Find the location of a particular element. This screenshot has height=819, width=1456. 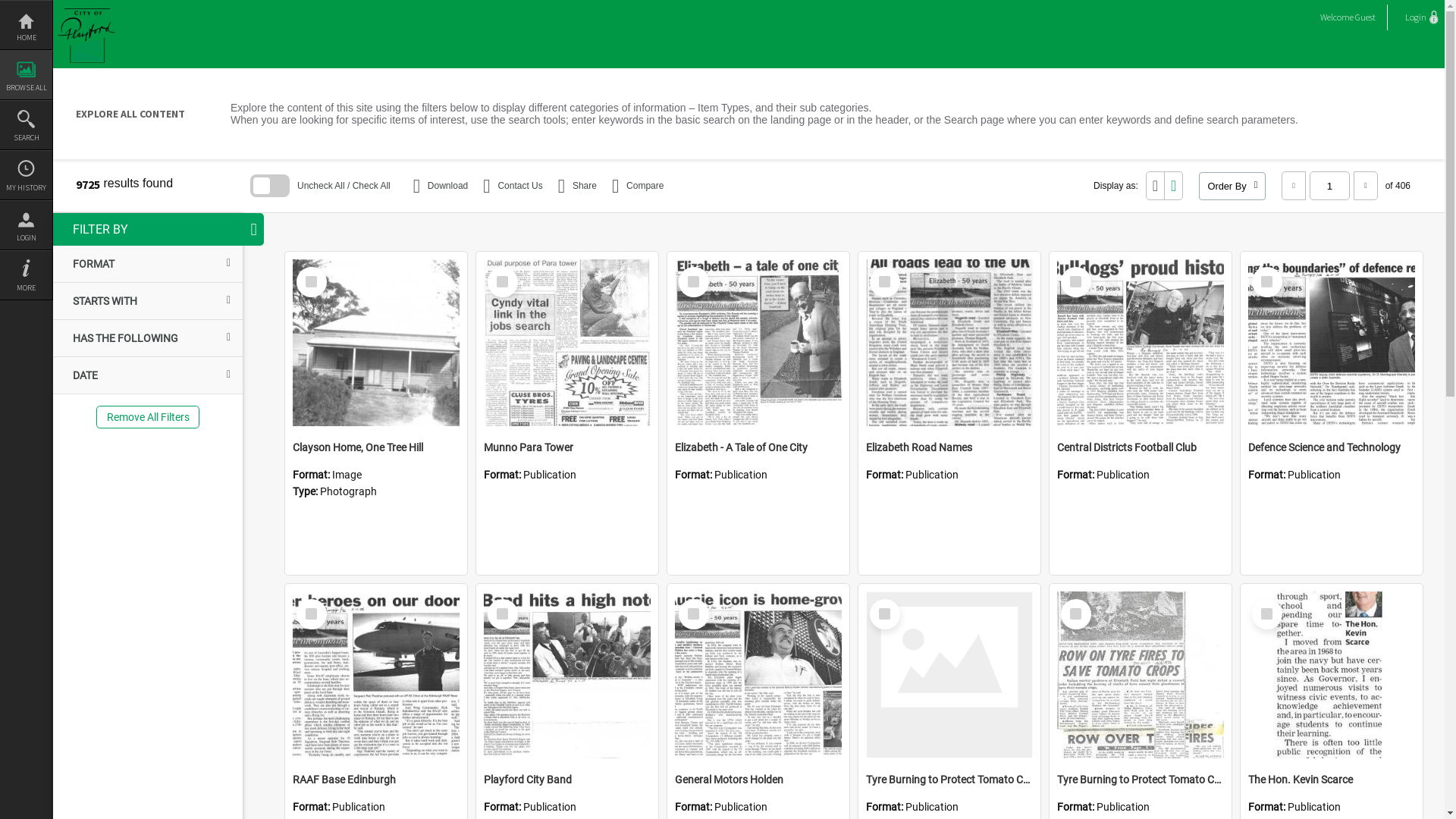

'MORE' is located at coordinates (26, 275).